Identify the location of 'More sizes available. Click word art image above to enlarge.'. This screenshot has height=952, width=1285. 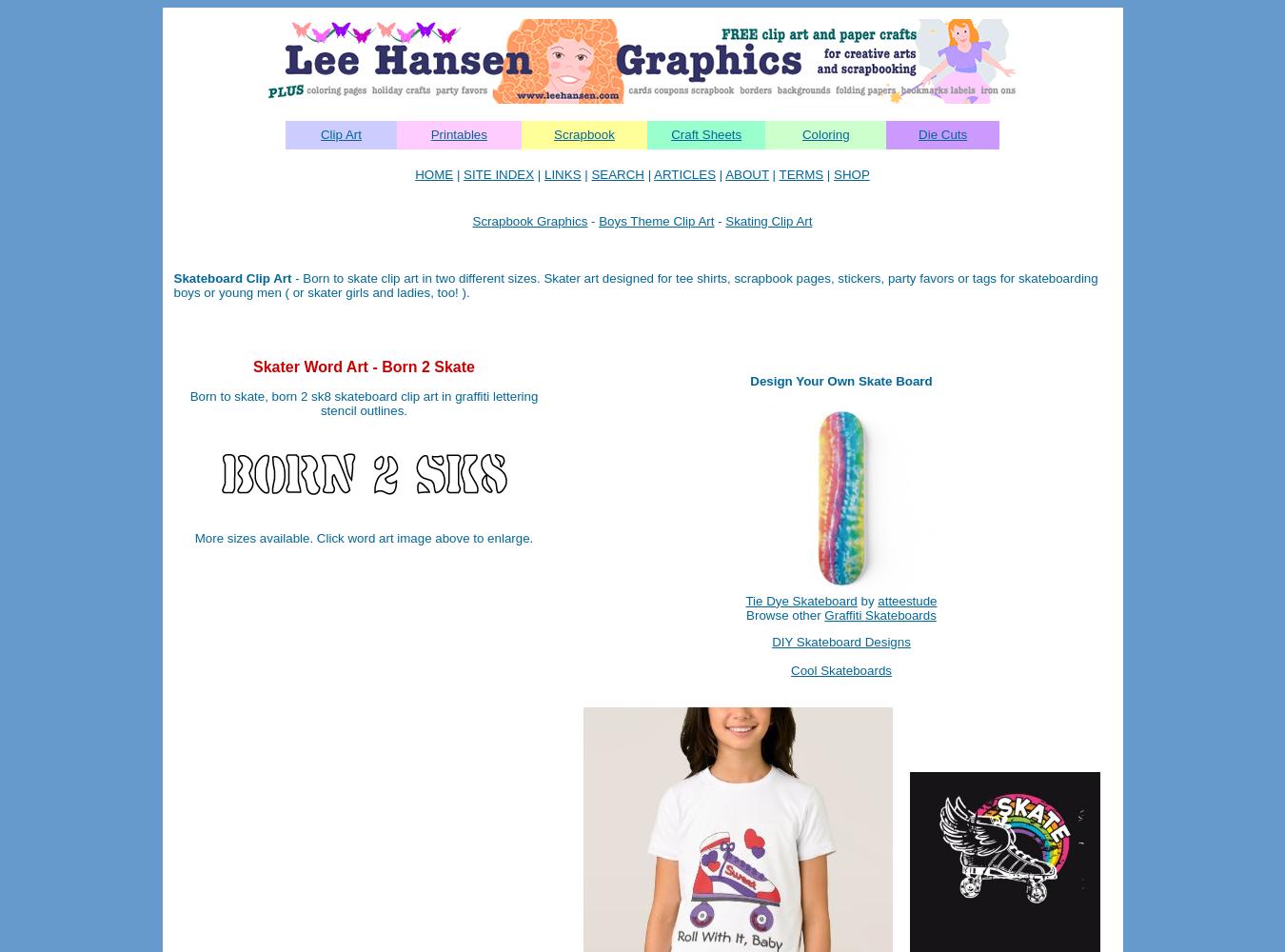
(193, 536).